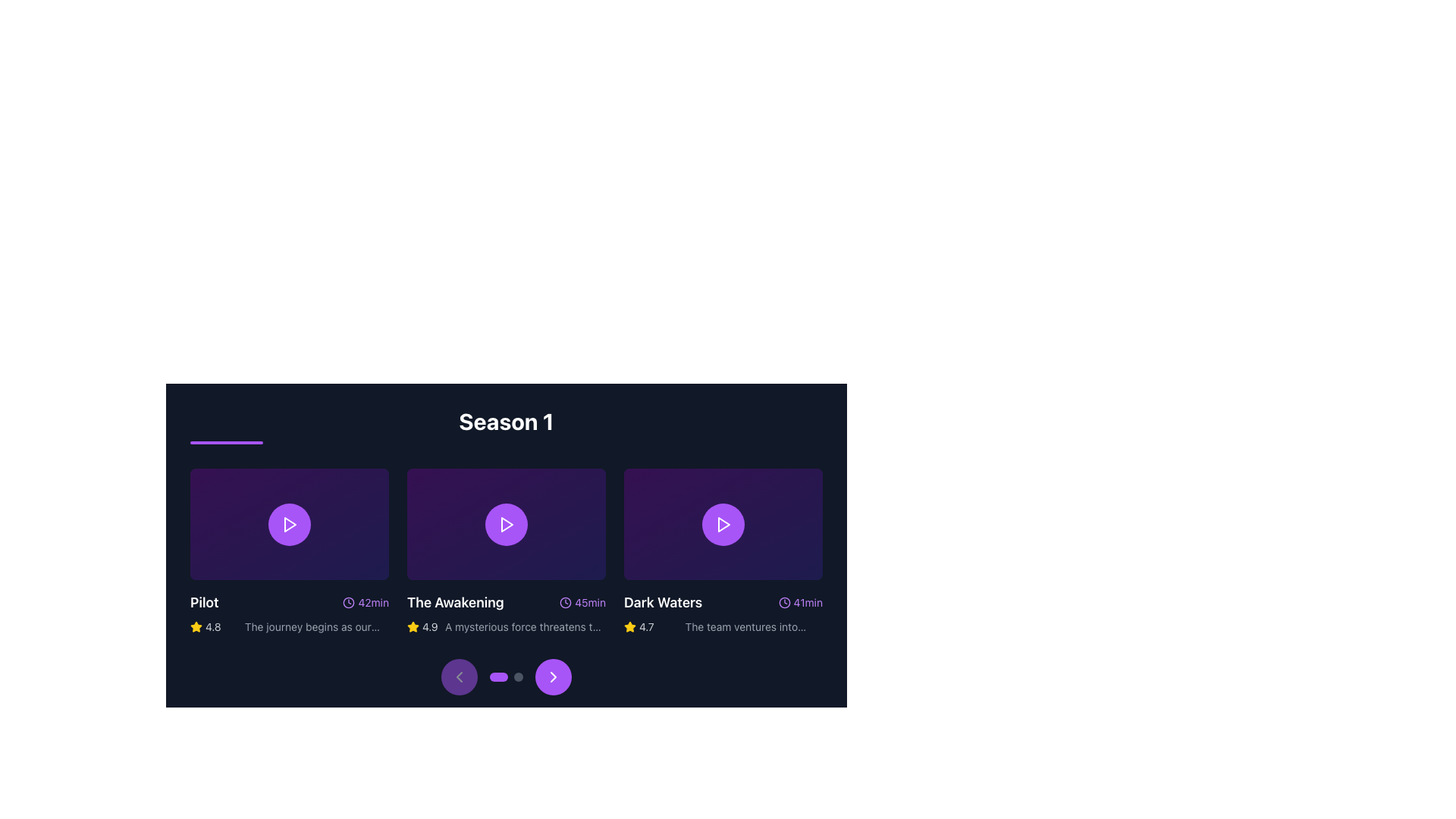 The image size is (1456, 819). What do you see at coordinates (565, 602) in the screenshot?
I see `the time duration icon located to the immediate left of the '45min' text label in the 'Season 1' section` at bounding box center [565, 602].